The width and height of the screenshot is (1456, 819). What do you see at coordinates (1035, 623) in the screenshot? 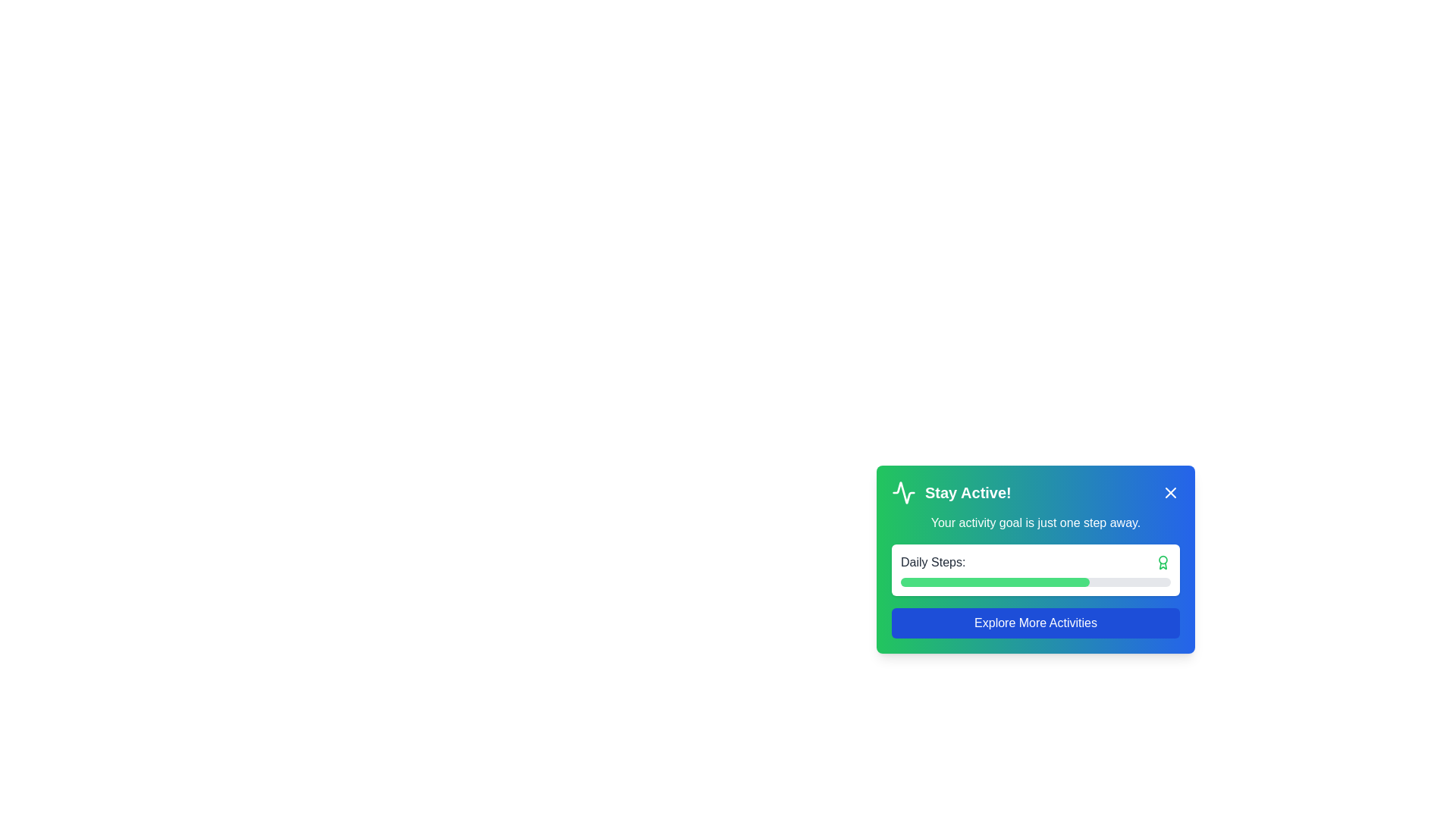
I see `the 'Explore More Activities' button` at bounding box center [1035, 623].